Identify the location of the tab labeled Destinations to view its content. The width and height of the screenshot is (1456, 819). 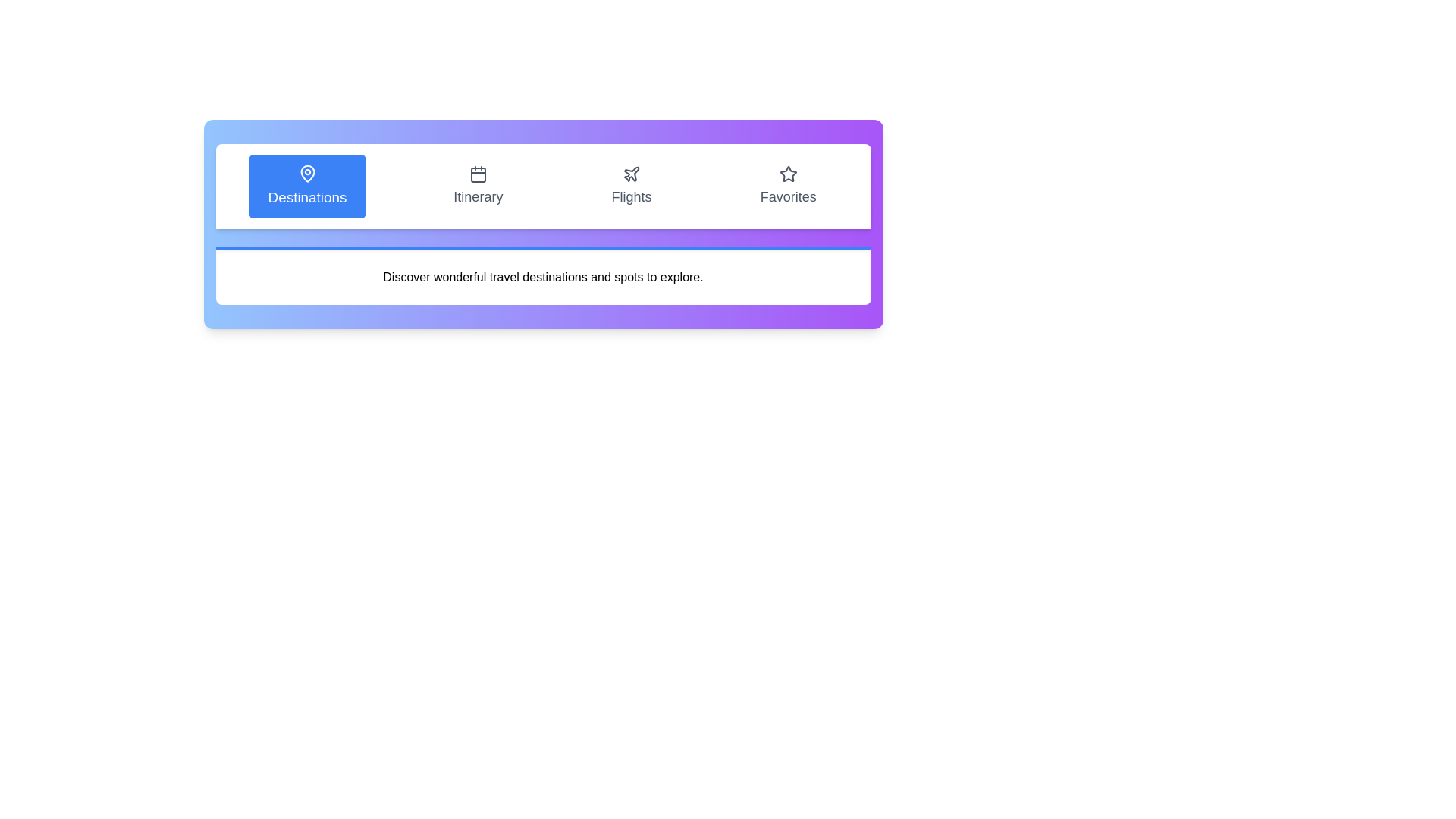
(306, 186).